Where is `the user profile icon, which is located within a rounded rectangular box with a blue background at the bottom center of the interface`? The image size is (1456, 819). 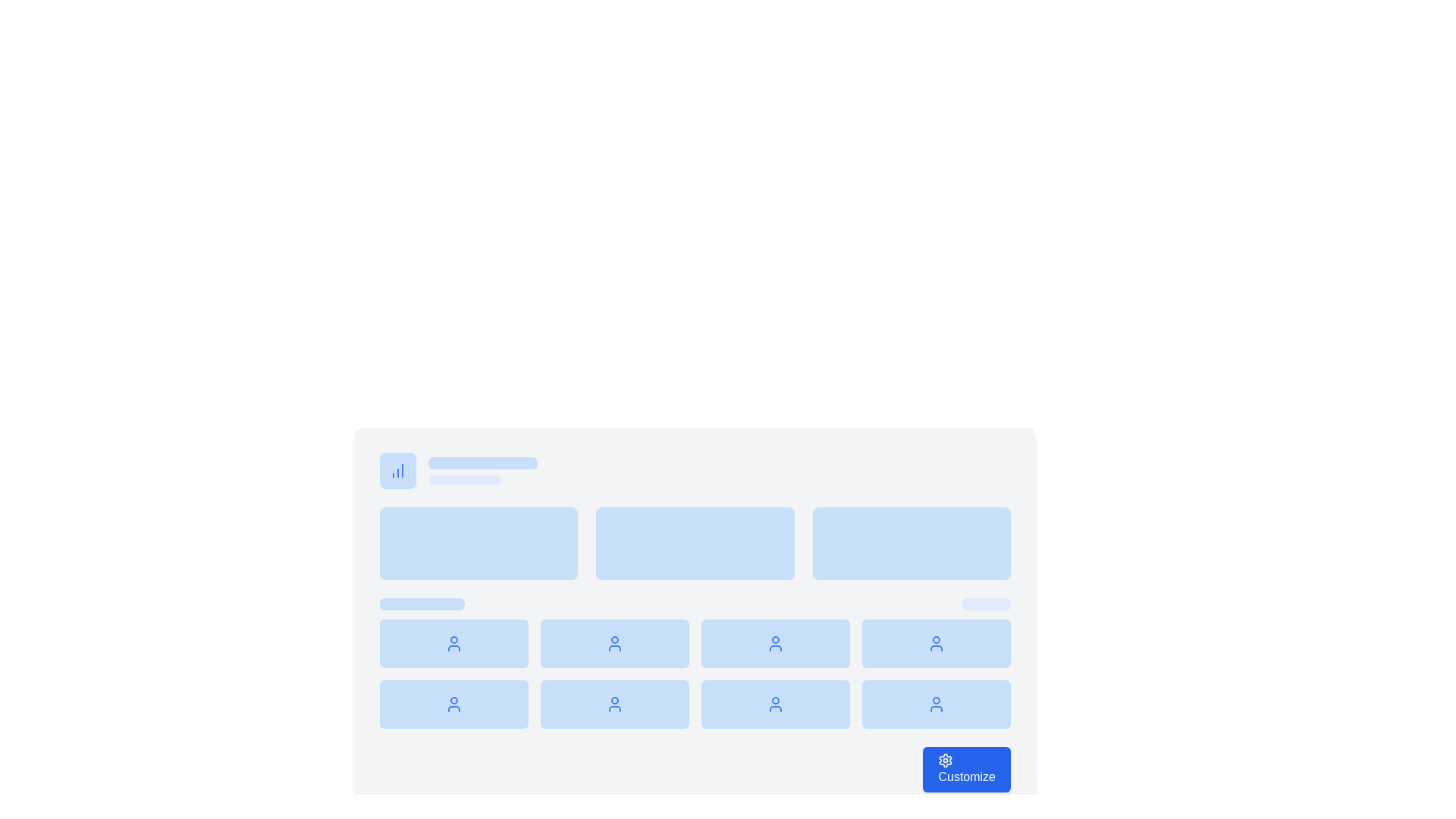 the user profile icon, which is located within a rounded rectangular box with a blue background at the bottom center of the interface is located at coordinates (615, 643).